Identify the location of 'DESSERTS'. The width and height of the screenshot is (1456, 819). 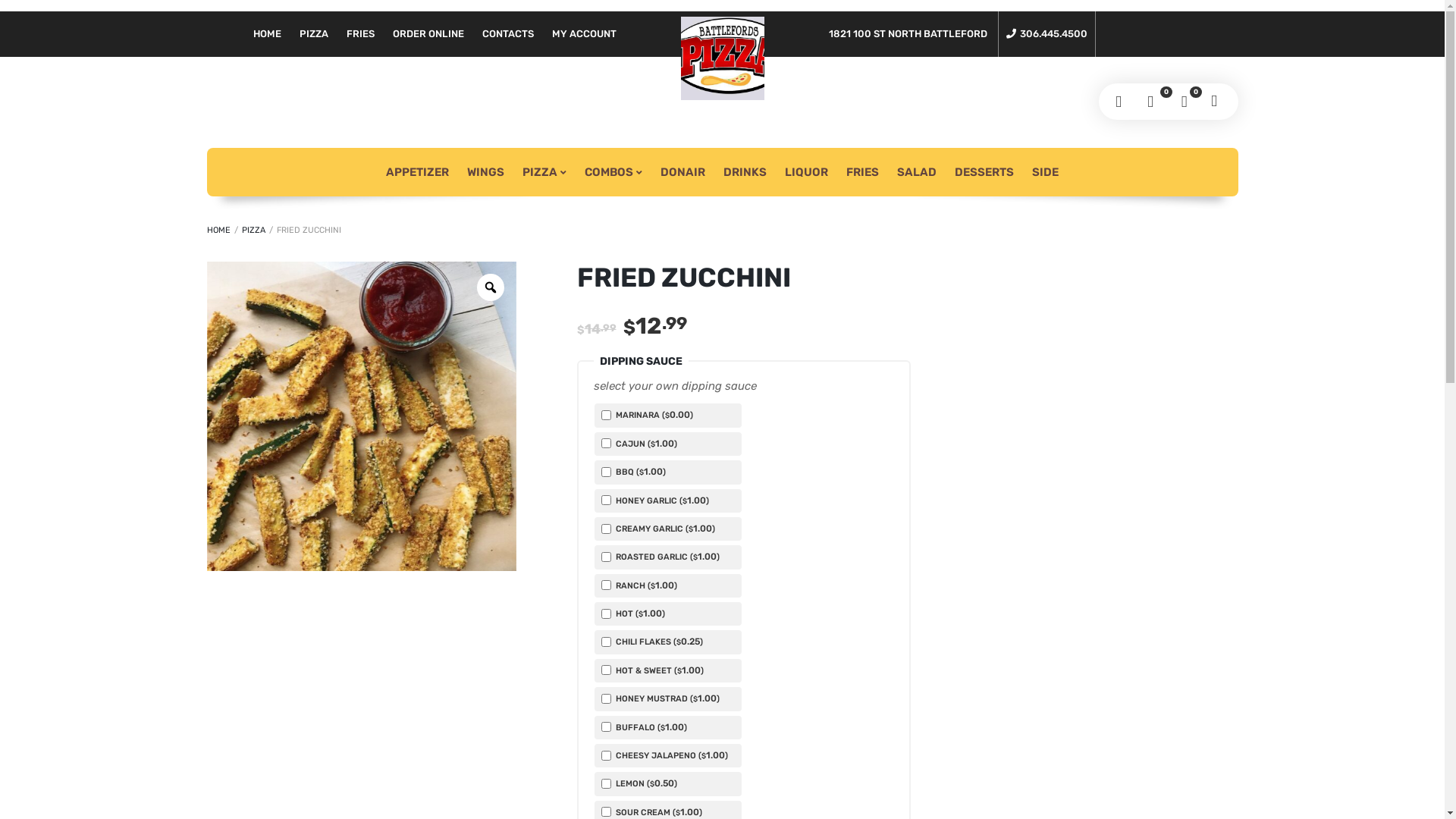
(984, 171).